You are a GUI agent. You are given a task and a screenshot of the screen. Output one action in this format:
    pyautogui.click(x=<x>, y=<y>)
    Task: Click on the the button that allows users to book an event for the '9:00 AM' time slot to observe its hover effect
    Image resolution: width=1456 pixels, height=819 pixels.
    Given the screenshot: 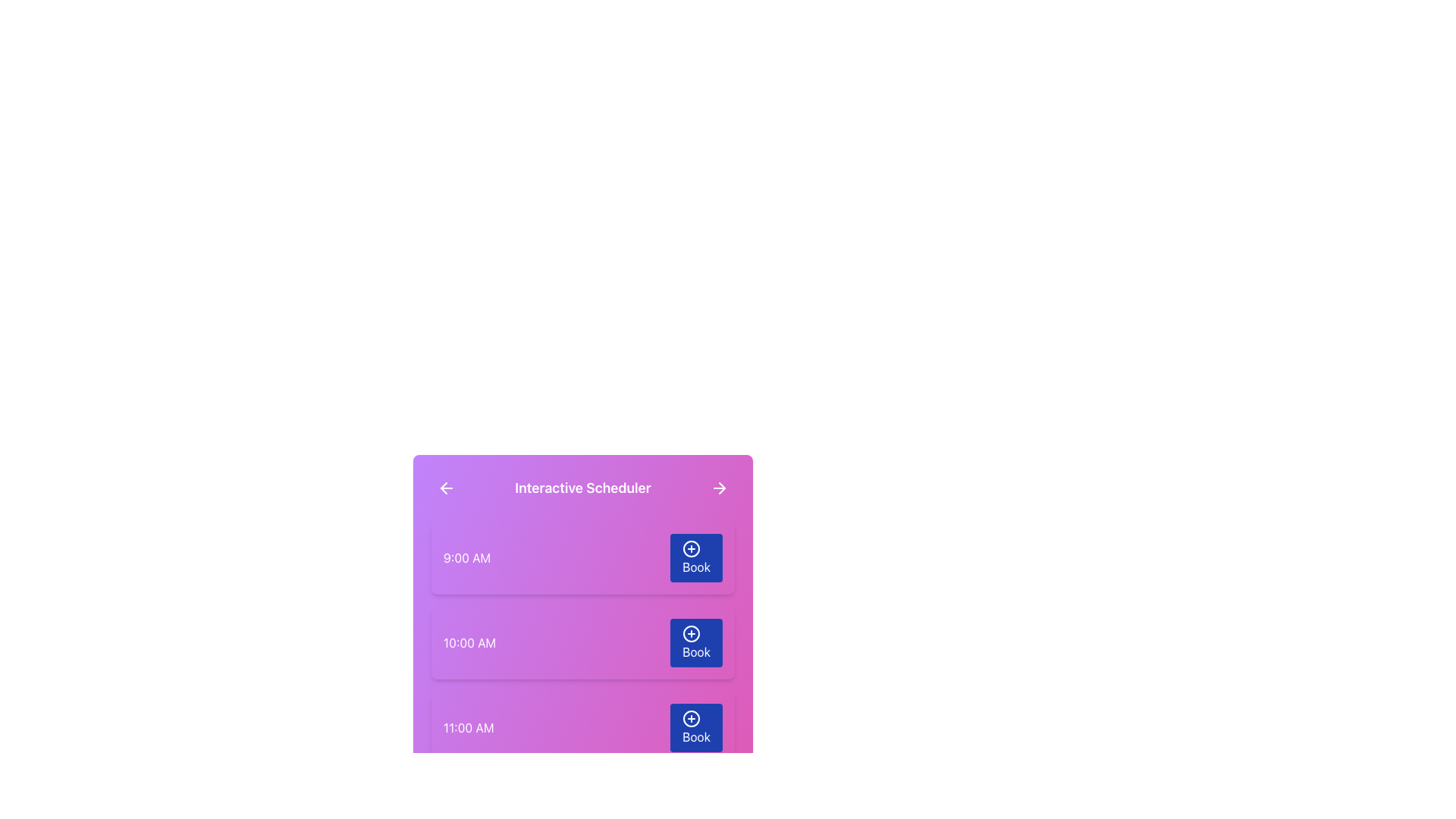 What is the action you would take?
    pyautogui.click(x=695, y=558)
    